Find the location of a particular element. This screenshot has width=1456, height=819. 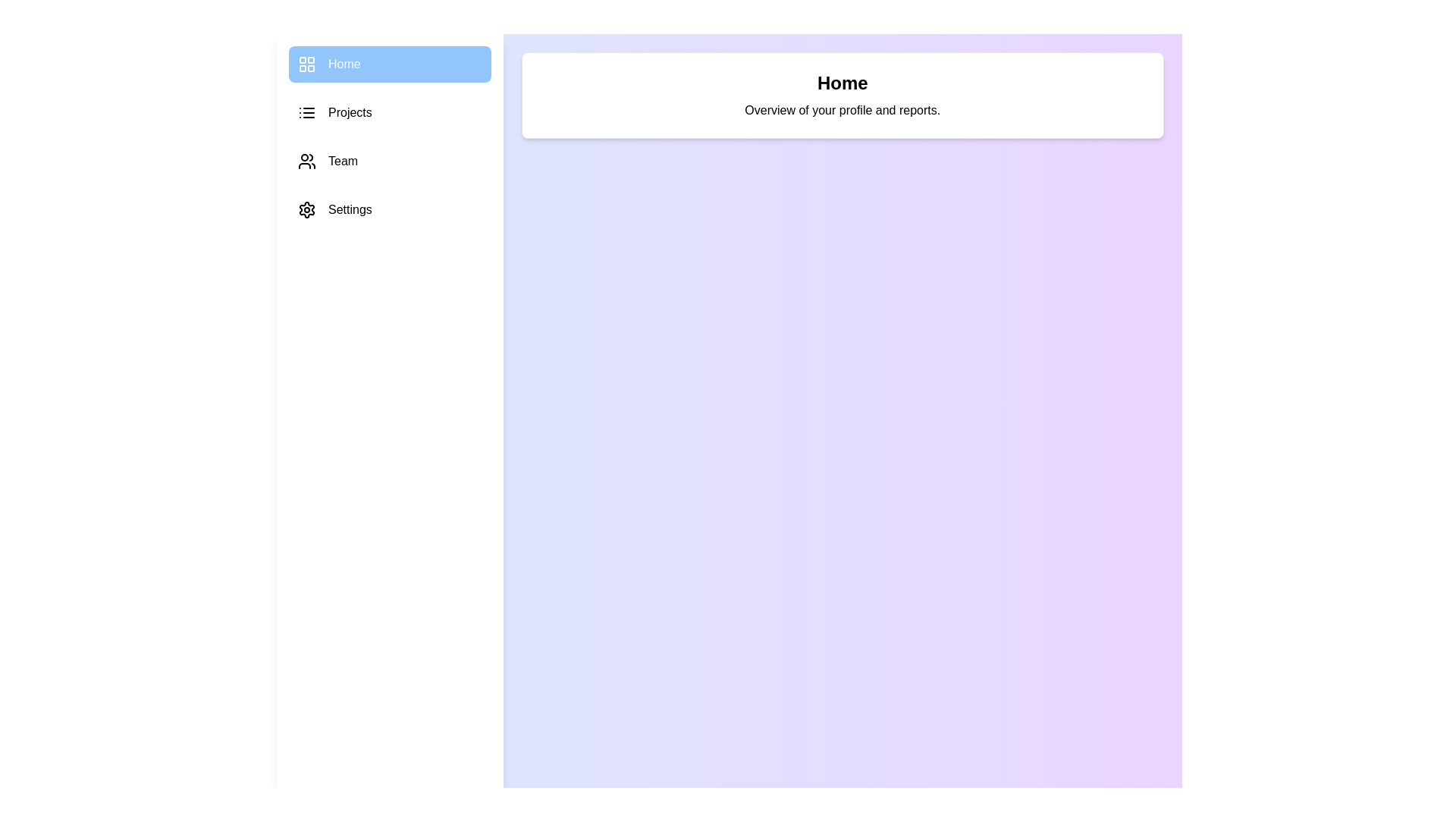

the sidebar item labeled Settings to view its hover effects is located at coordinates (390, 210).